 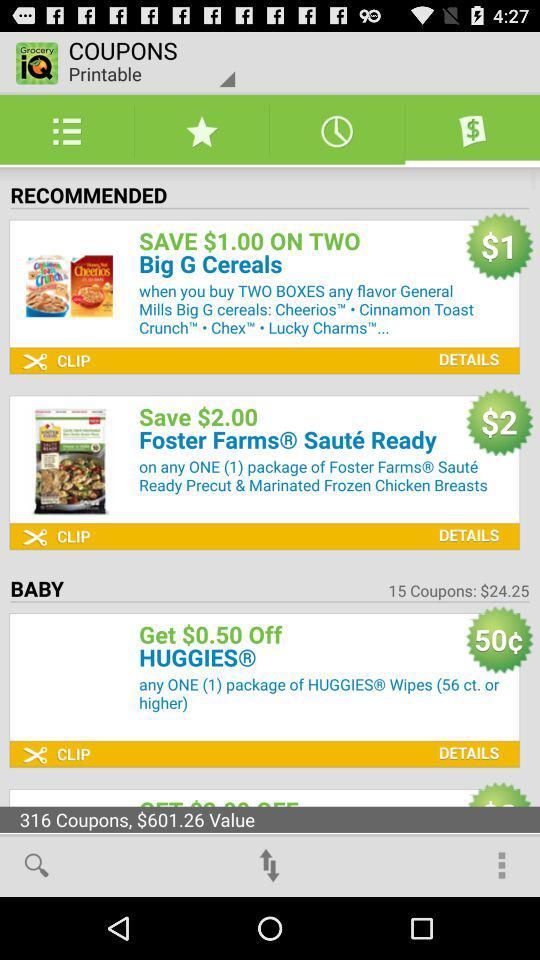 I want to click on see details of coupon, so click(x=464, y=344).